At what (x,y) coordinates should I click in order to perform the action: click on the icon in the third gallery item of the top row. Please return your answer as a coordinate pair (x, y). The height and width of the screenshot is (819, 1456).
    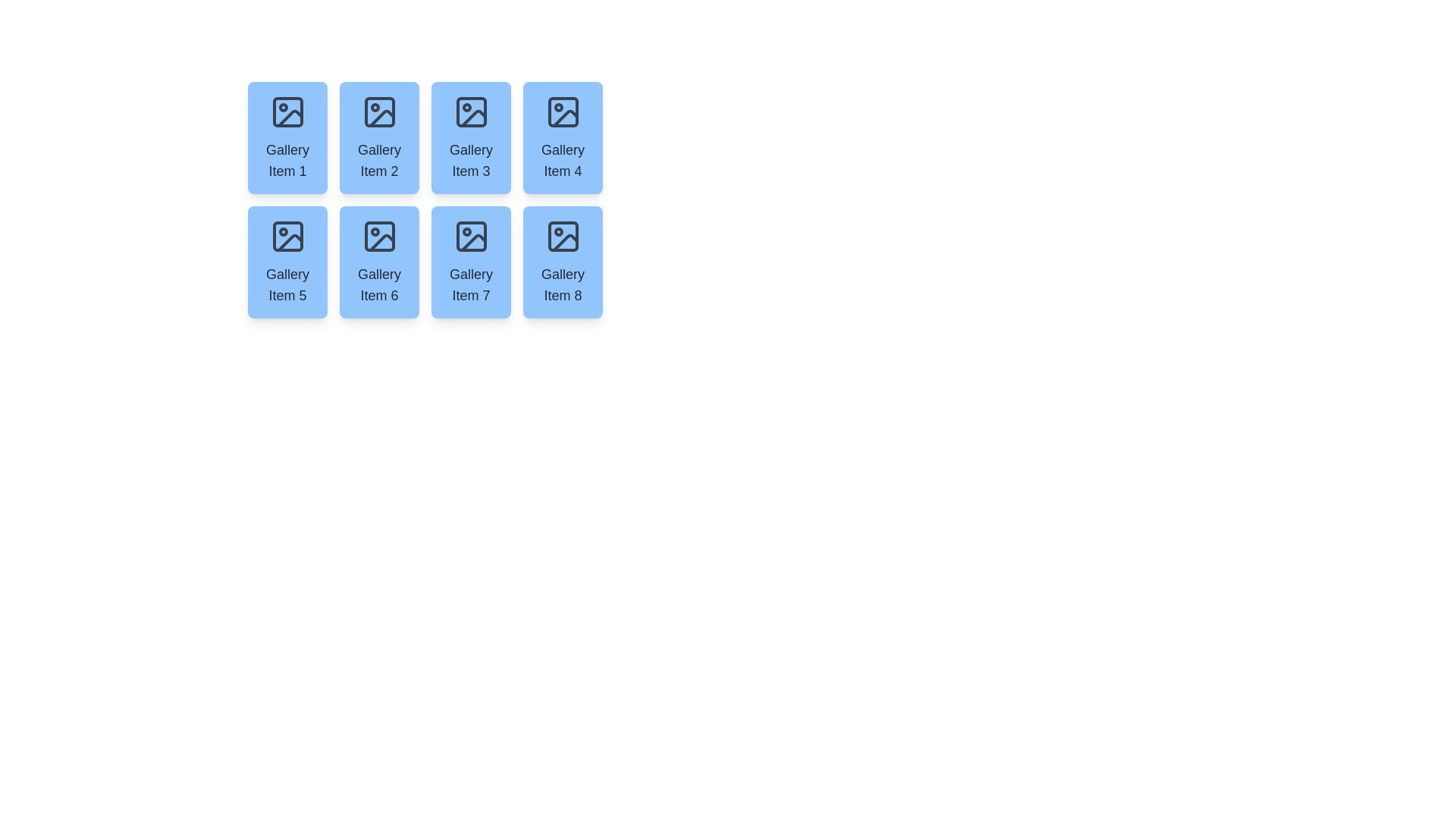
    Looking at the image, I should click on (470, 111).